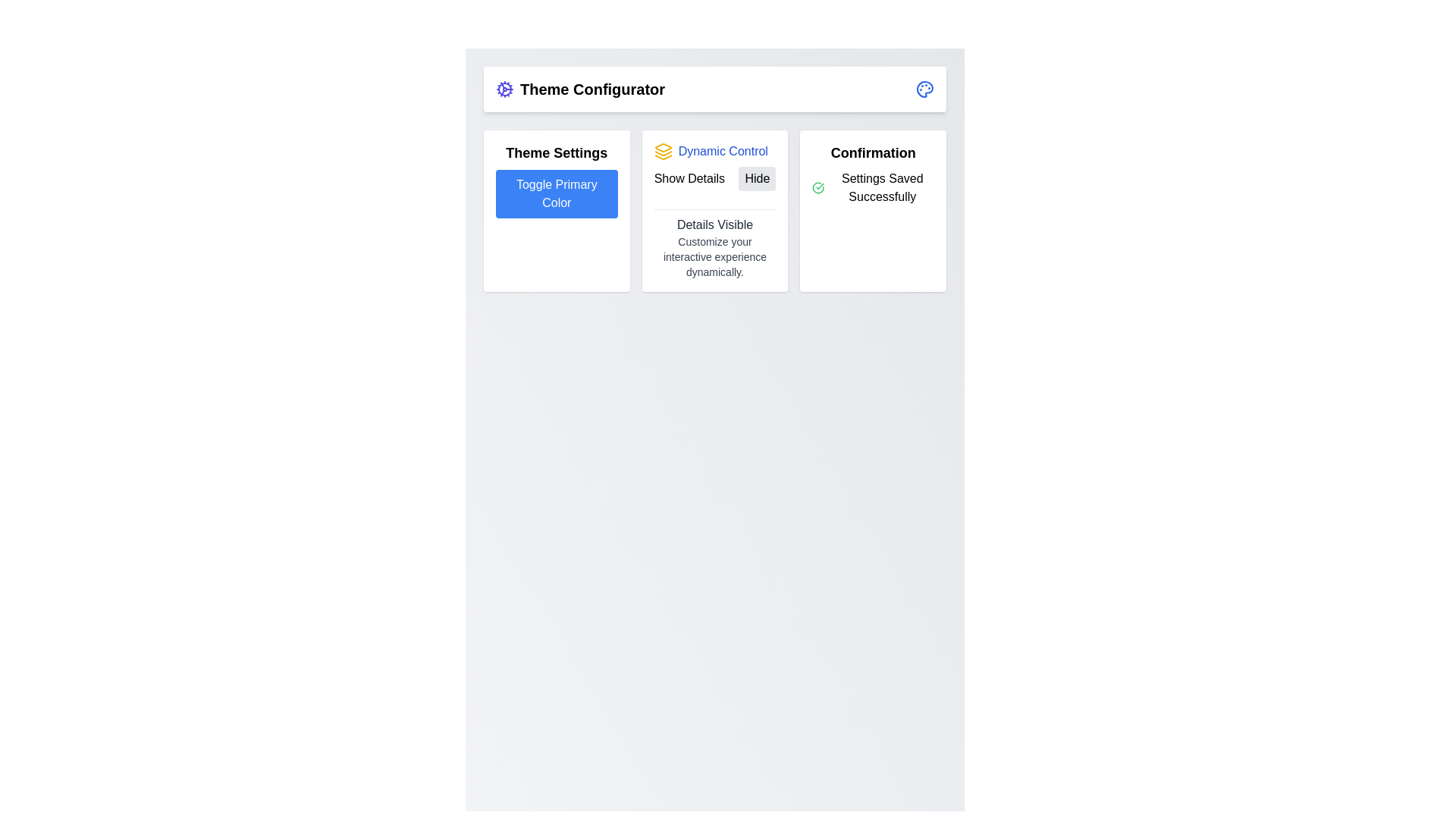 This screenshot has height=819, width=1456. What do you see at coordinates (556, 193) in the screenshot?
I see `the button located within the 'Theme Settings' card` at bounding box center [556, 193].